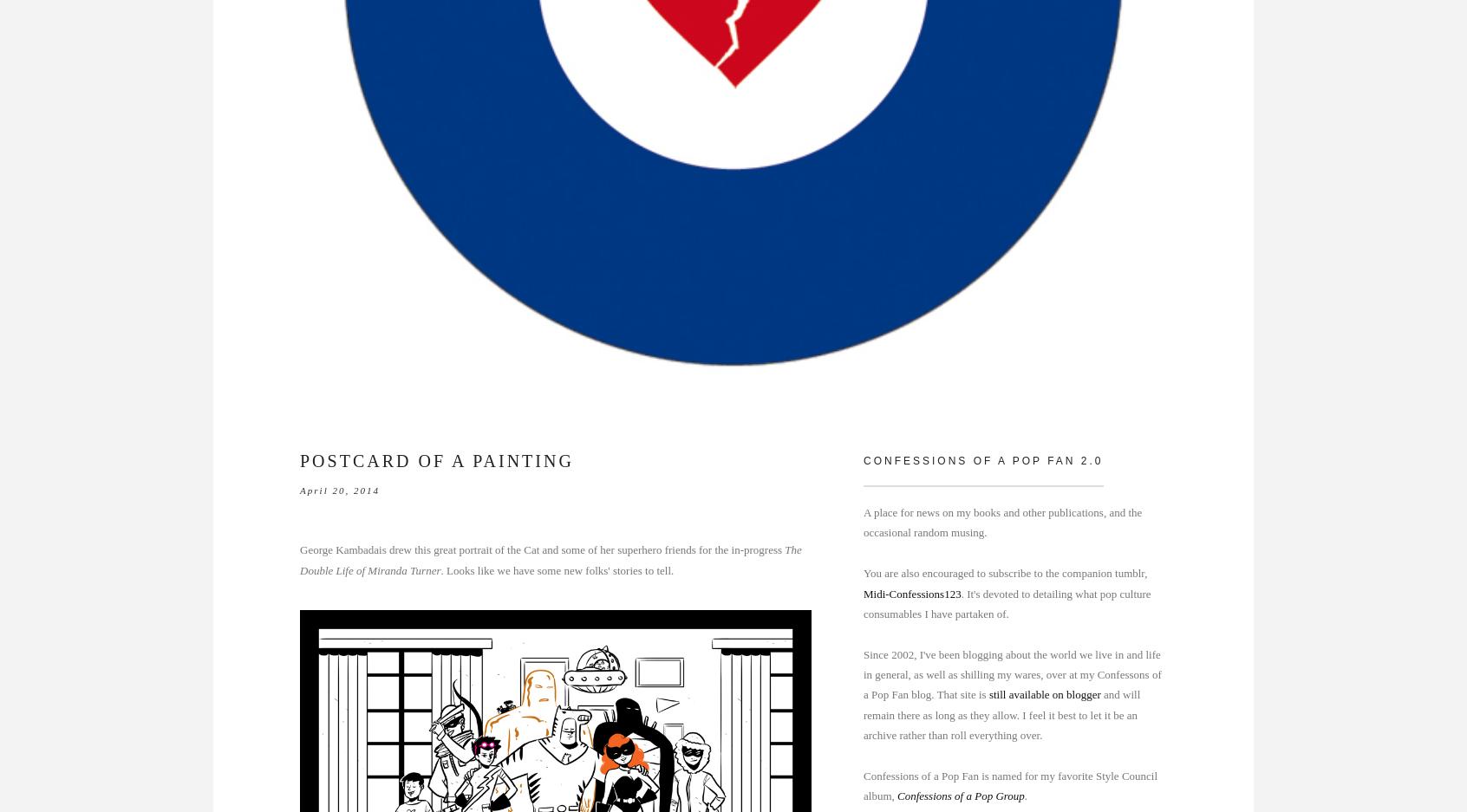 The image size is (1467, 812). What do you see at coordinates (960, 796) in the screenshot?
I see `'Confessions of a Pop Group'` at bounding box center [960, 796].